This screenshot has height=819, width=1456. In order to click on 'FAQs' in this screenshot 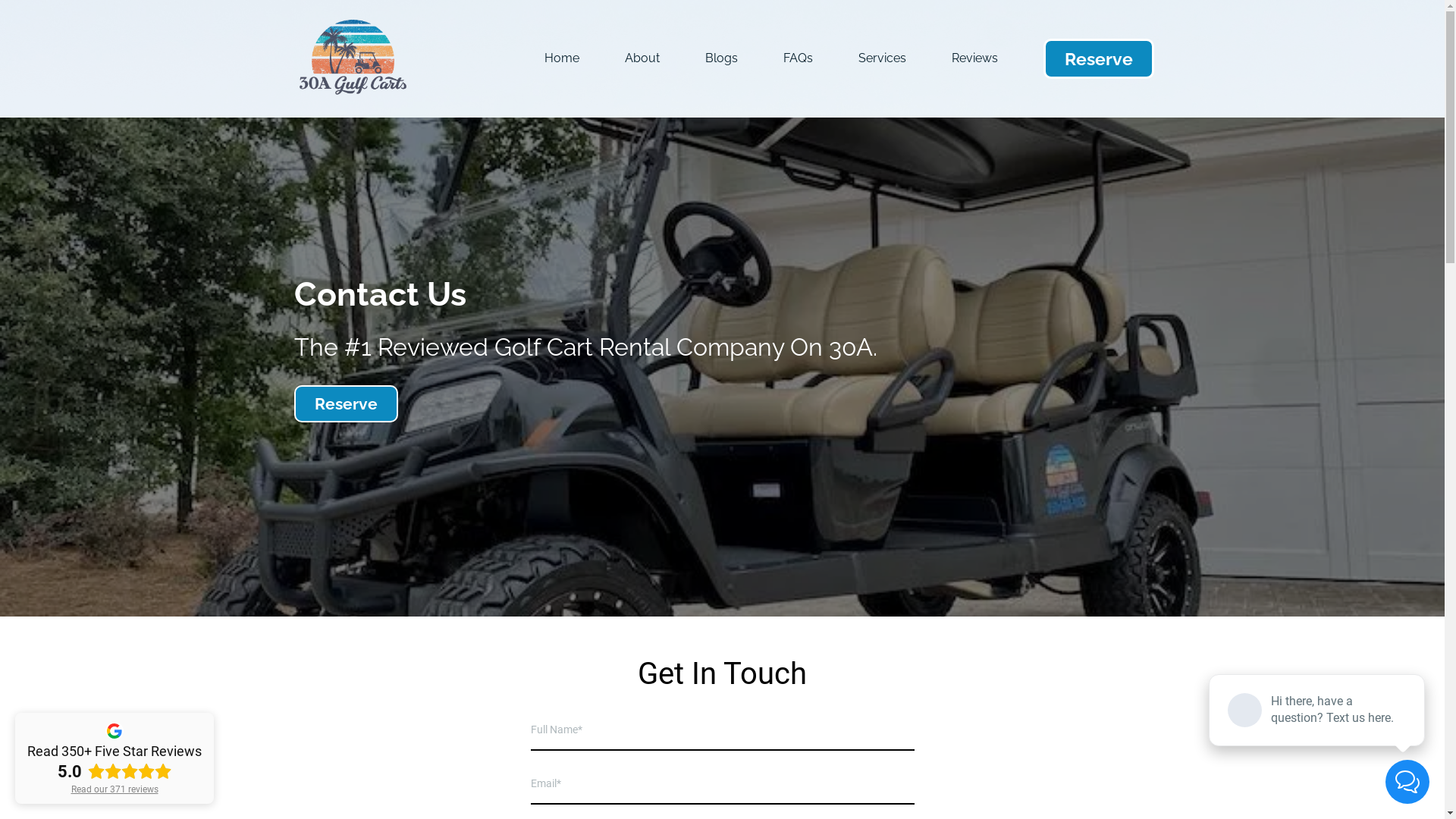, I will do `click(797, 58)`.